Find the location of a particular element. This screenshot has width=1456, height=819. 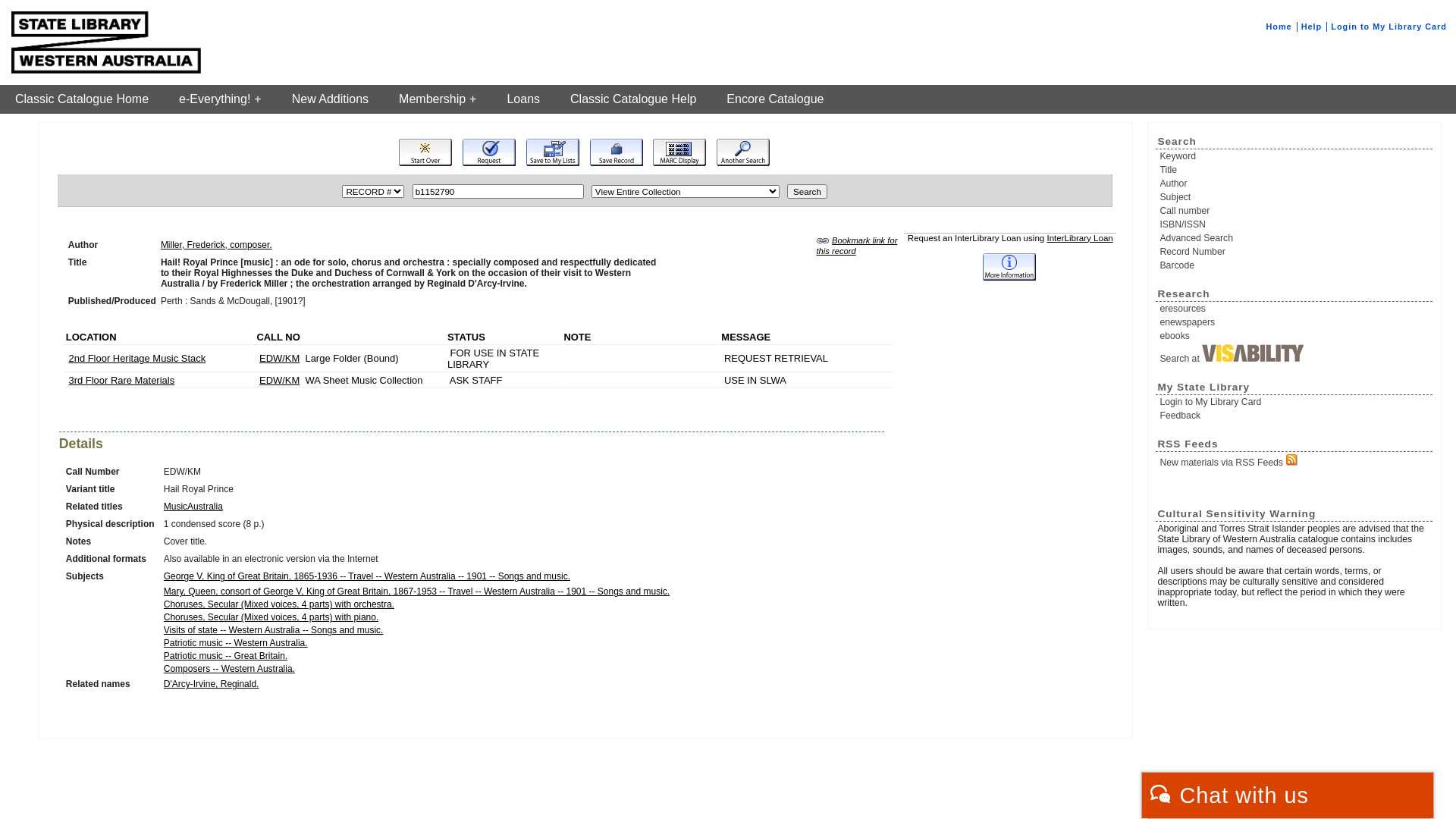

'New materials via RSS Feeds' is located at coordinates (1294, 460).